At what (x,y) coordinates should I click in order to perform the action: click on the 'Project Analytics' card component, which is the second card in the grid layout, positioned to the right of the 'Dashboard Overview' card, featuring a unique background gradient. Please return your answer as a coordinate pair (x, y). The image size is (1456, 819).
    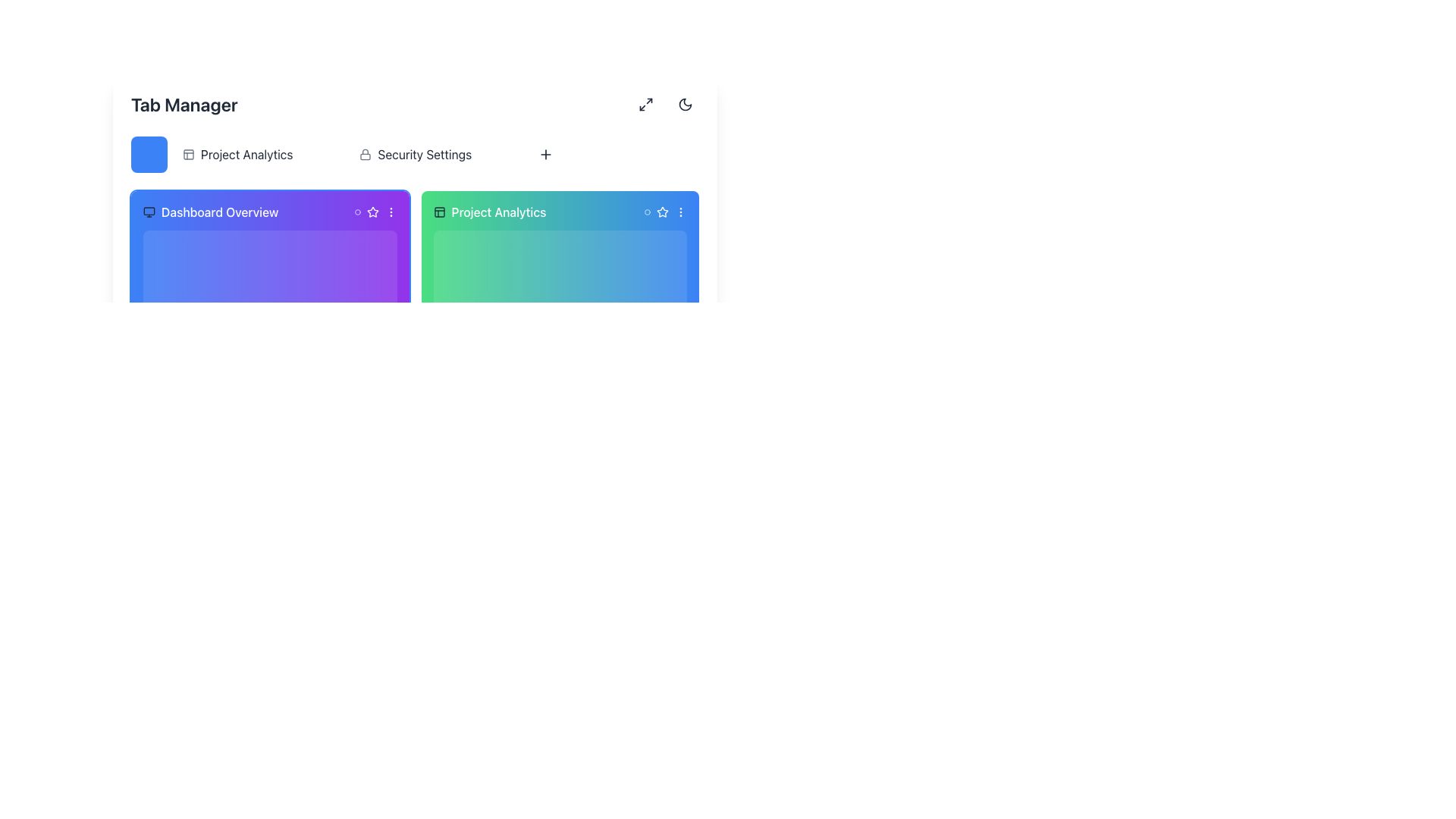
    Looking at the image, I should click on (559, 265).